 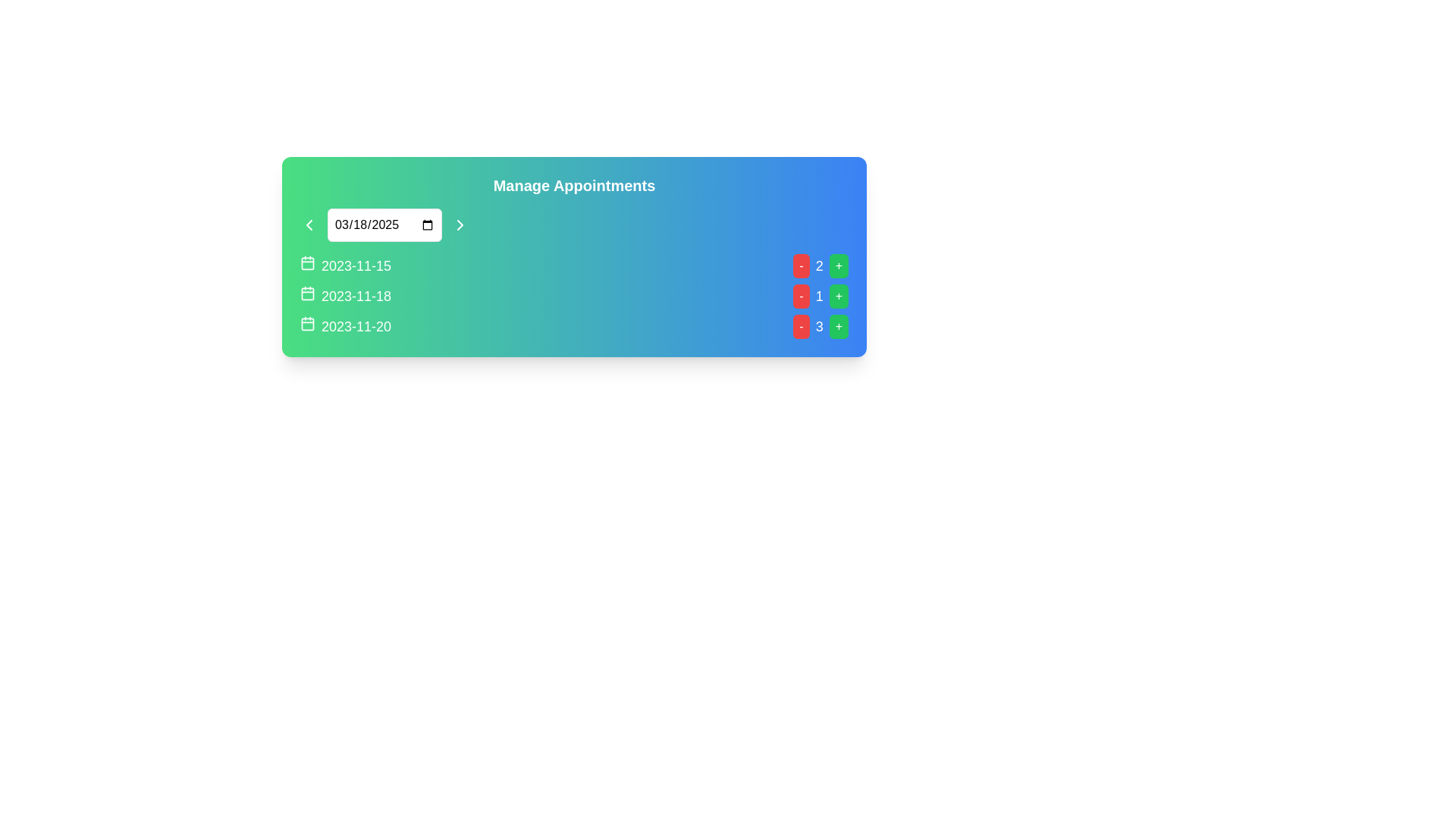 What do you see at coordinates (307, 262) in the screenshot?
I see `the calendar icon which has a white stroke on a green background and is located to the left of the date '2023-11-15'` at bounding box center [307, 262].